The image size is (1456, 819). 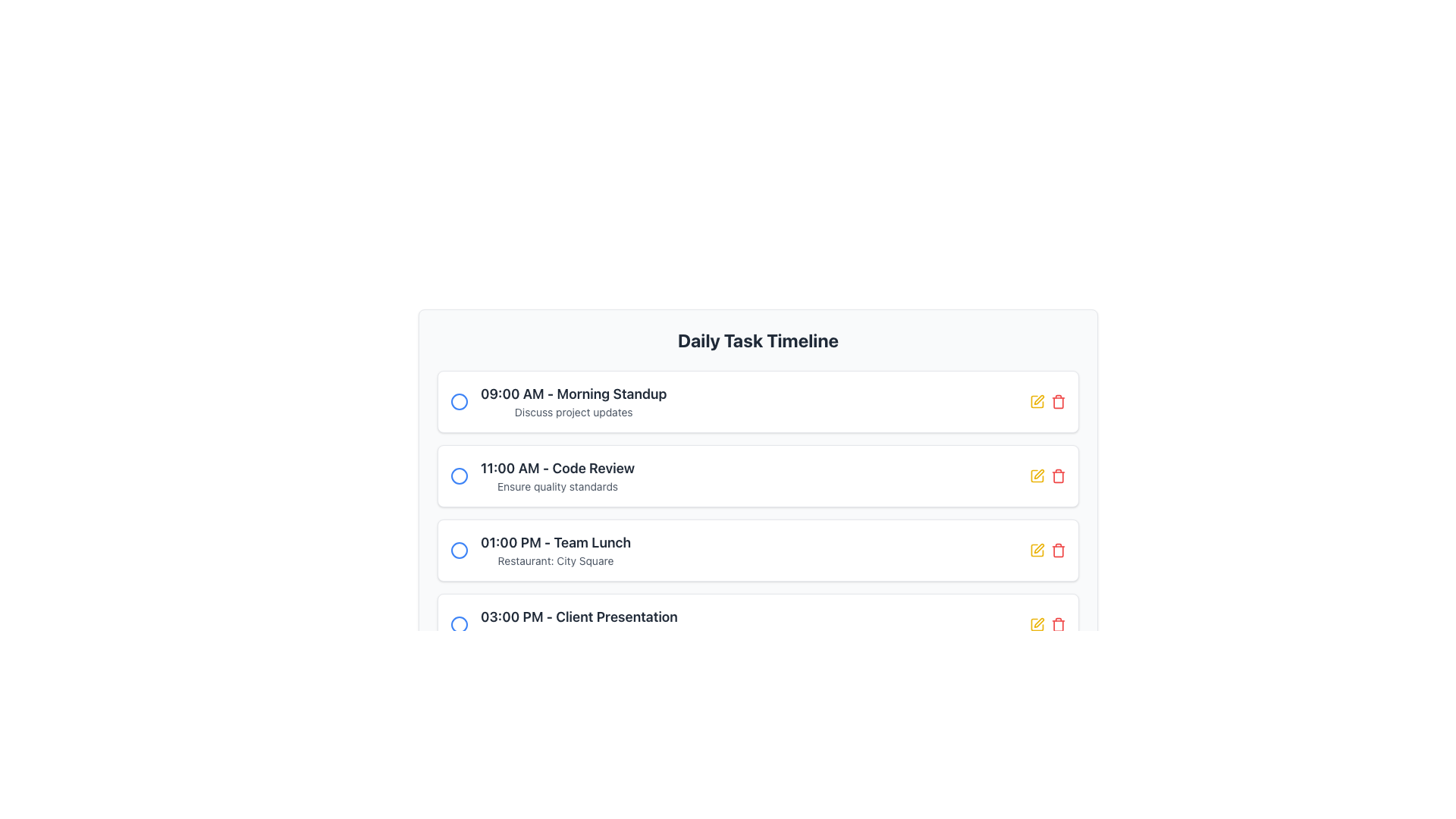 What do you see at coordinates (458, 475) in the screenshot?
I see `the blue-bordered circular checkbox icon associated with the task '11:00 AM - Code Review'` at bounding box center [458, 475].